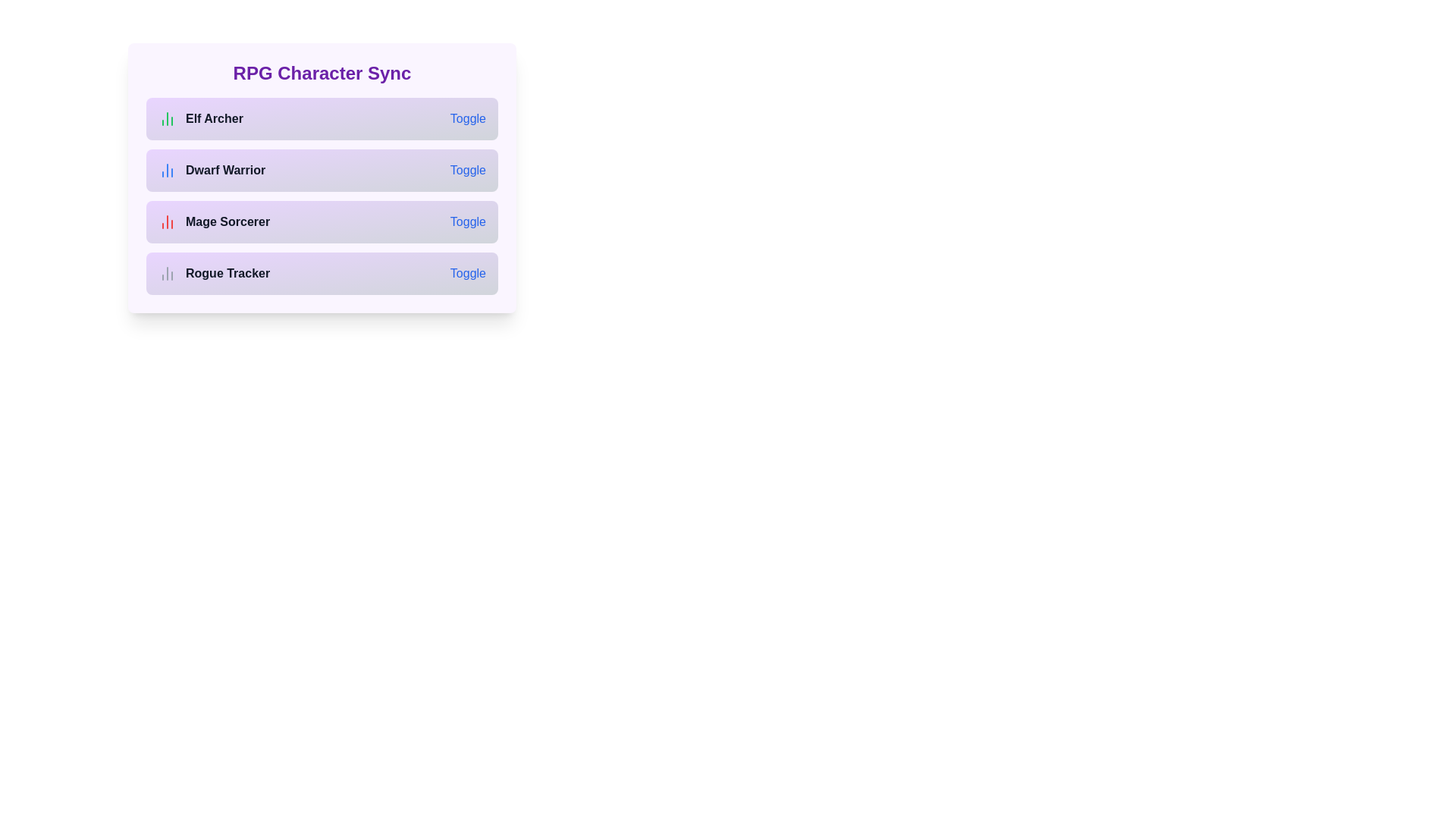 Image resolution: width=1456 pixels, height=819 pixels. What do you see at coordinates (213, 222) in the screenshot?
I see `the 'Mage Sorcerer' label with accompanying icon, which is the third item in the list under 'RPG Character Sync', positioned between 'Dwarf Warrior' and 'Rogue Tracker'` at bounding box center [213, 222].